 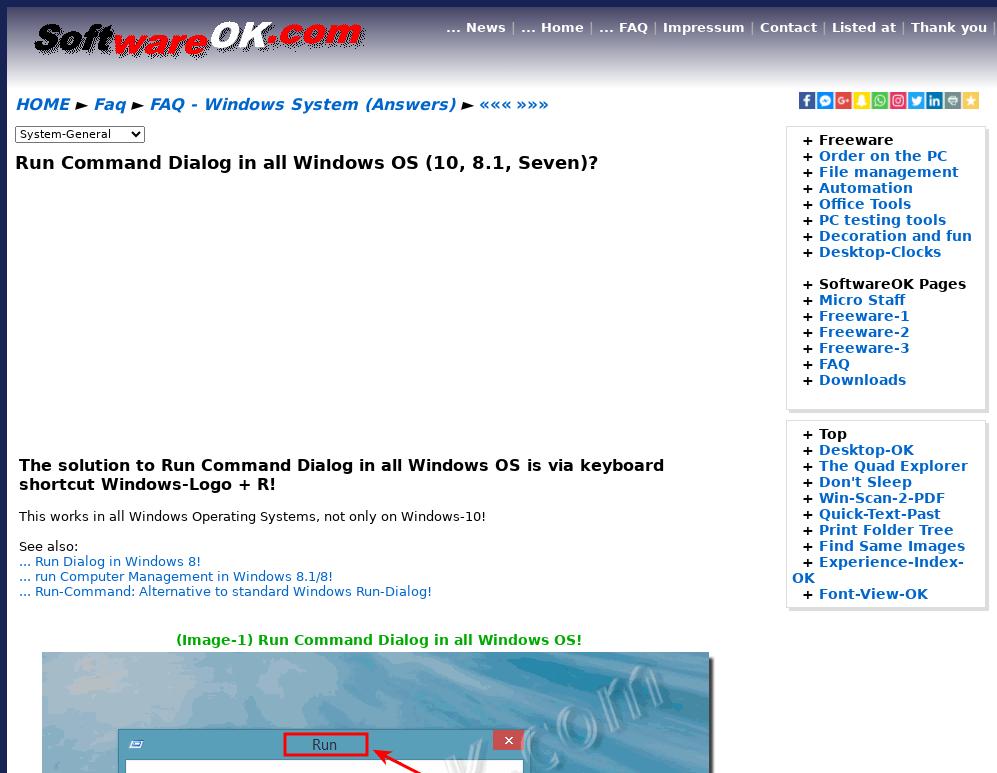 I want to click on 'Listed at', so click(x=863, y=27).